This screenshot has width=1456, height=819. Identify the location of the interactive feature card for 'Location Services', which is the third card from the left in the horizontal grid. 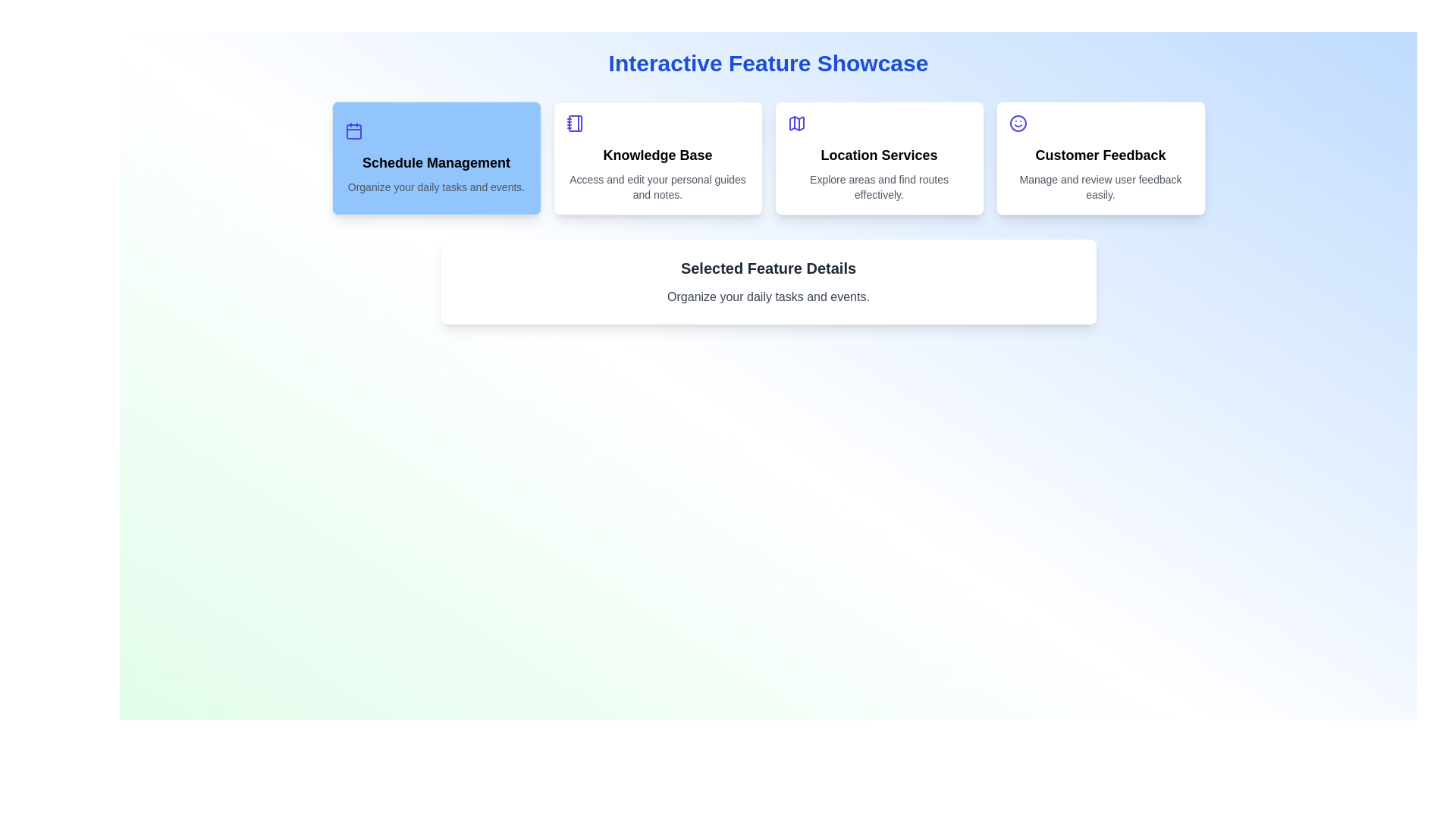
(879, 158).